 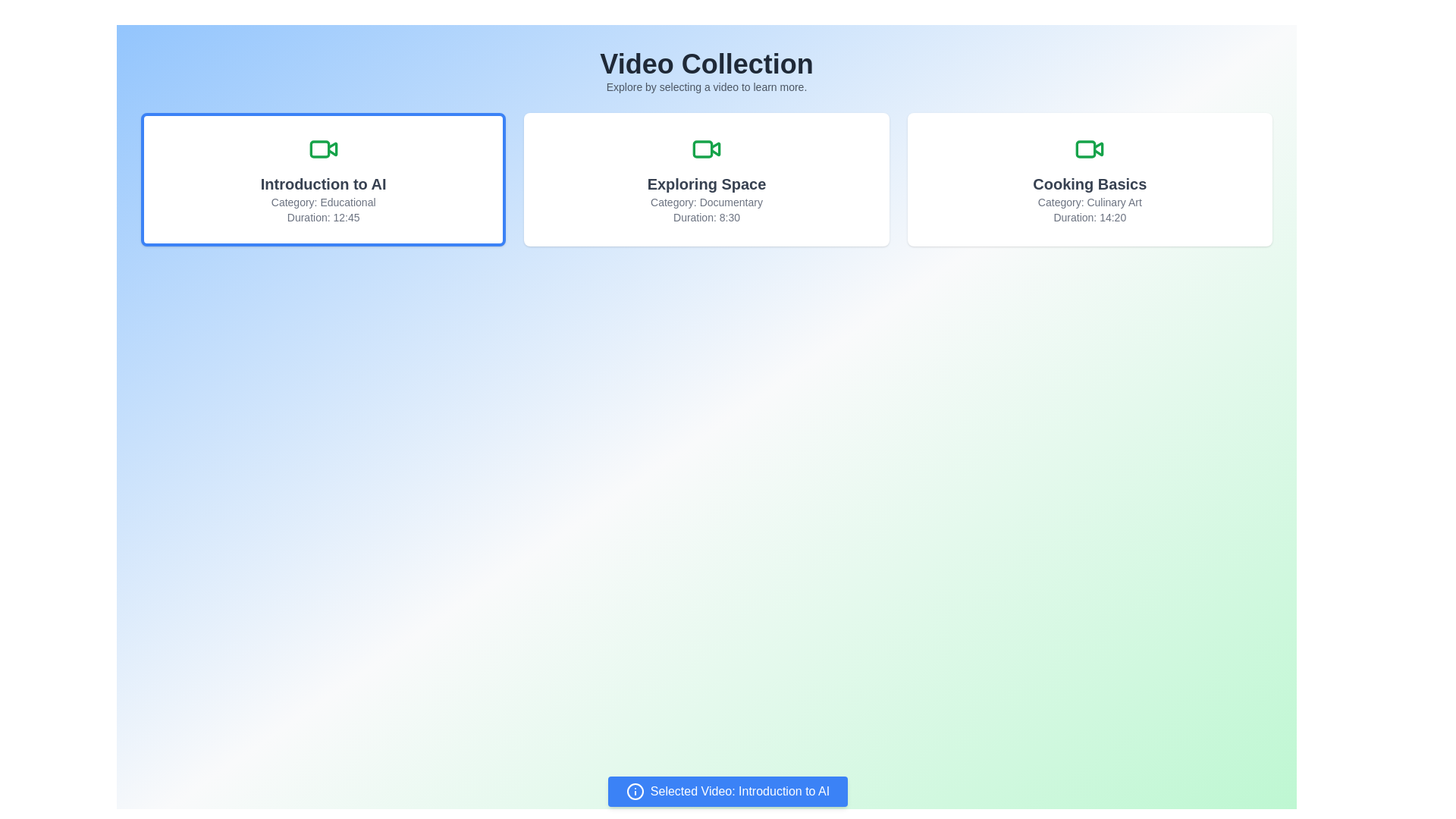 What do you see at coordinates (635, 791) in the screenshot?
I see `the circle element which is part of an SVG graphic, located at the center of the grouped components within the button labeled 'Selected Video: Introduction to AI'` at bounding box center [635, 791].